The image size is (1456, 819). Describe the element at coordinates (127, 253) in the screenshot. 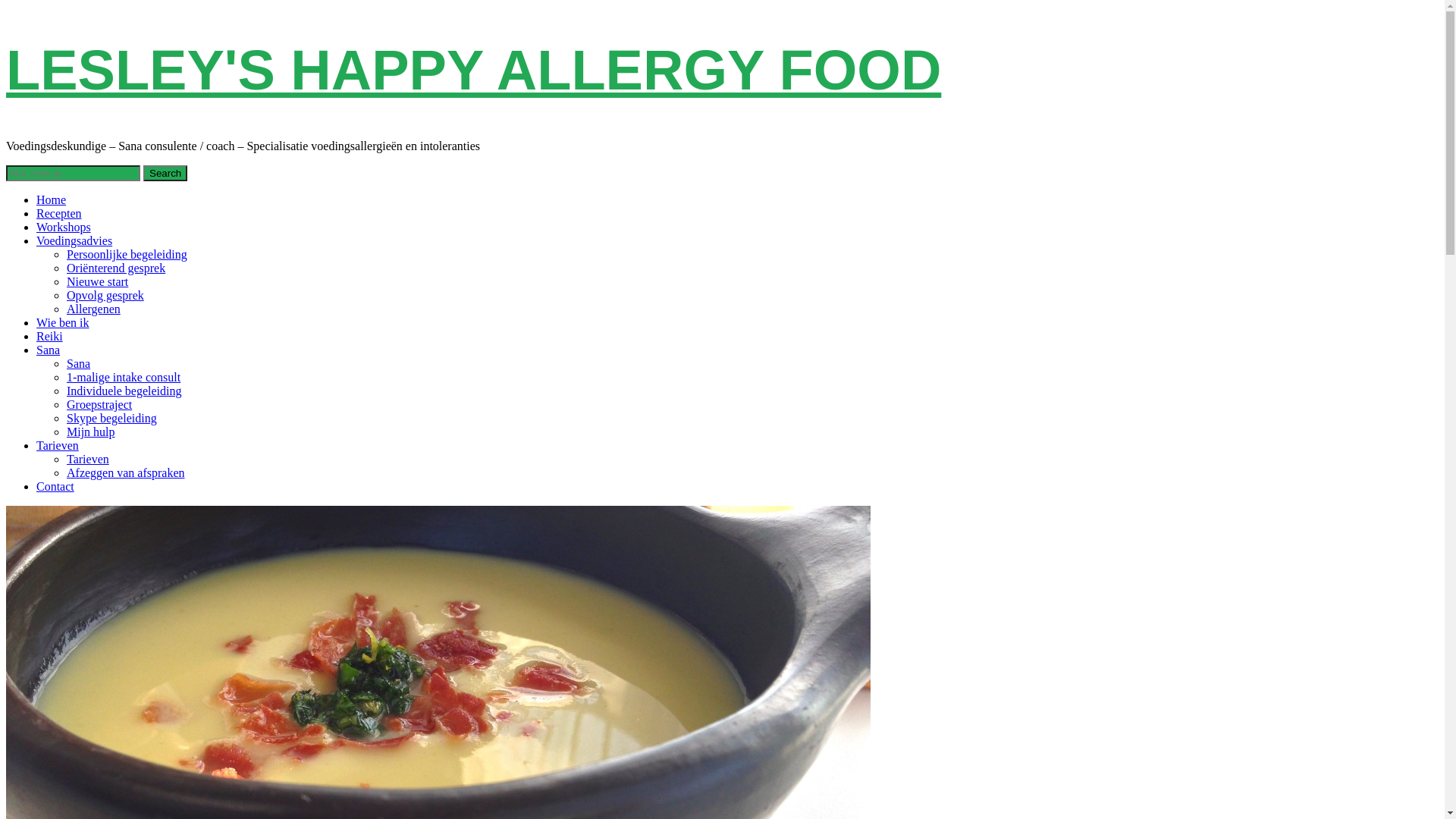

I see `'Persoonlijke begeleiding'` at that location.